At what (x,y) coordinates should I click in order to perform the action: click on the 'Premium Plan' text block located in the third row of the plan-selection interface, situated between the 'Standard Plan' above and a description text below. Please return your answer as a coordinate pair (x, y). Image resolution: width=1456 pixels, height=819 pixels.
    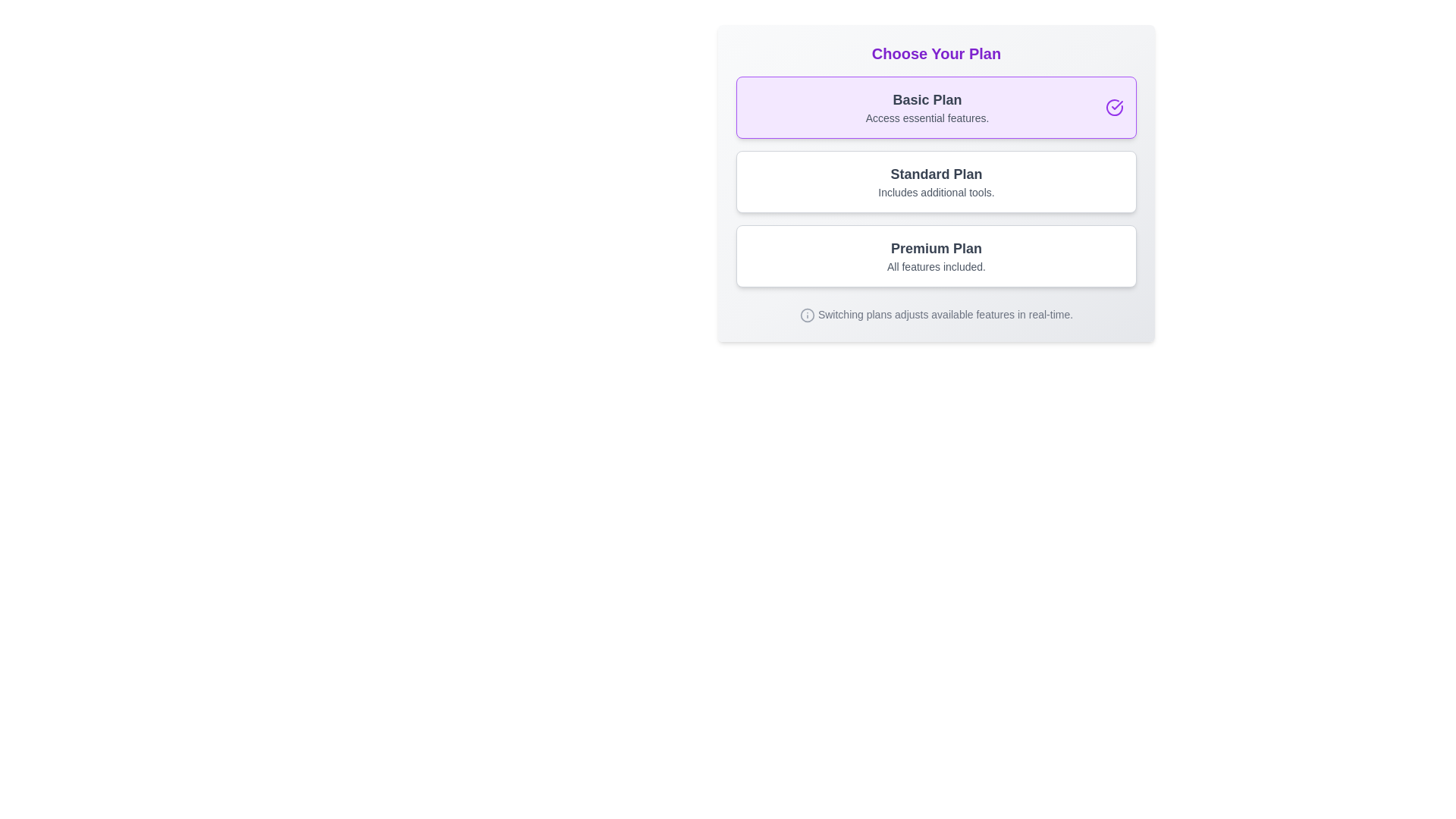
    Looking at the image, I should click on (935, 256).